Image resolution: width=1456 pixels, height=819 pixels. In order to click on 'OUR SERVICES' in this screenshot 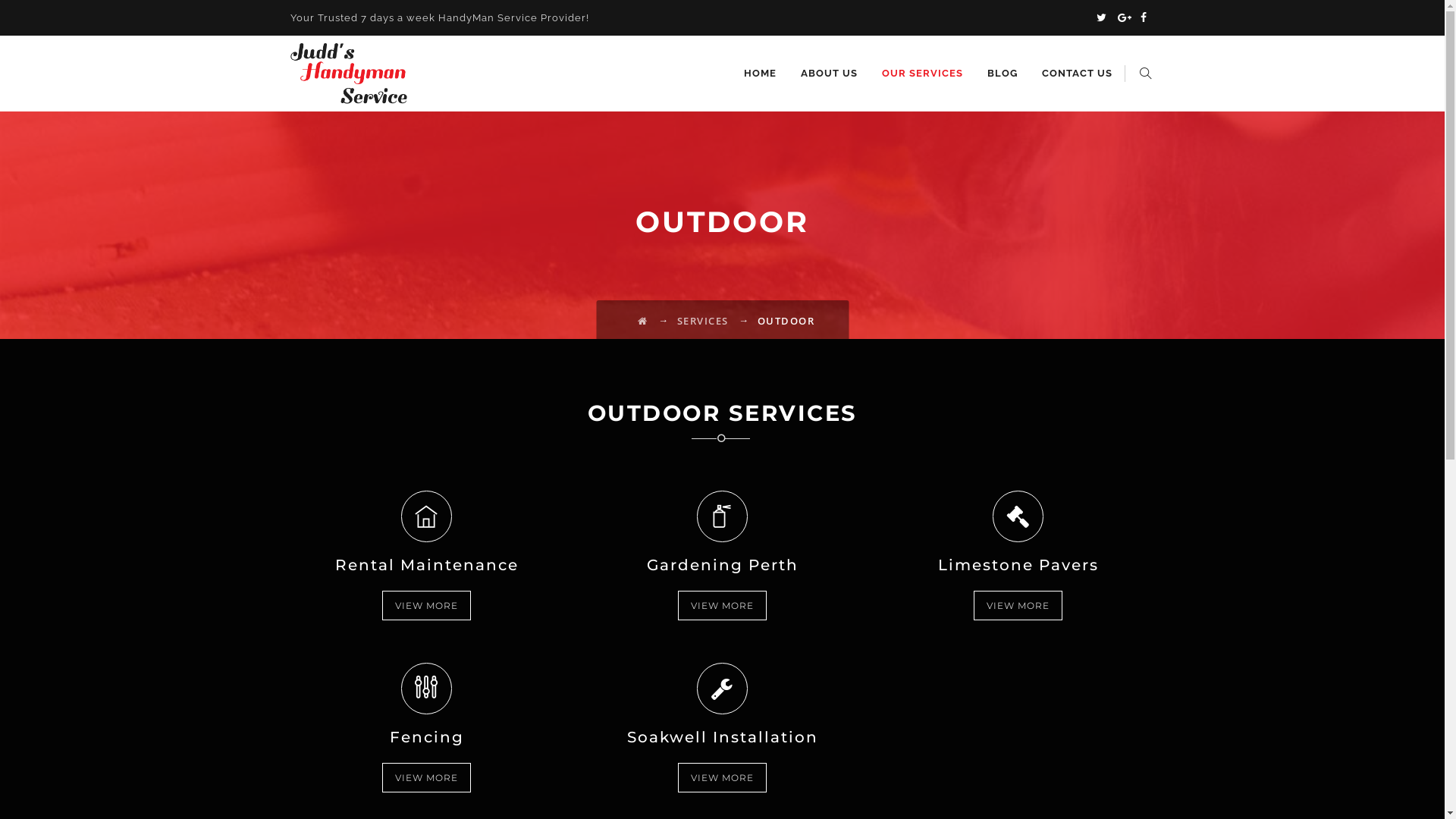, I will do `click(921, 73)`.